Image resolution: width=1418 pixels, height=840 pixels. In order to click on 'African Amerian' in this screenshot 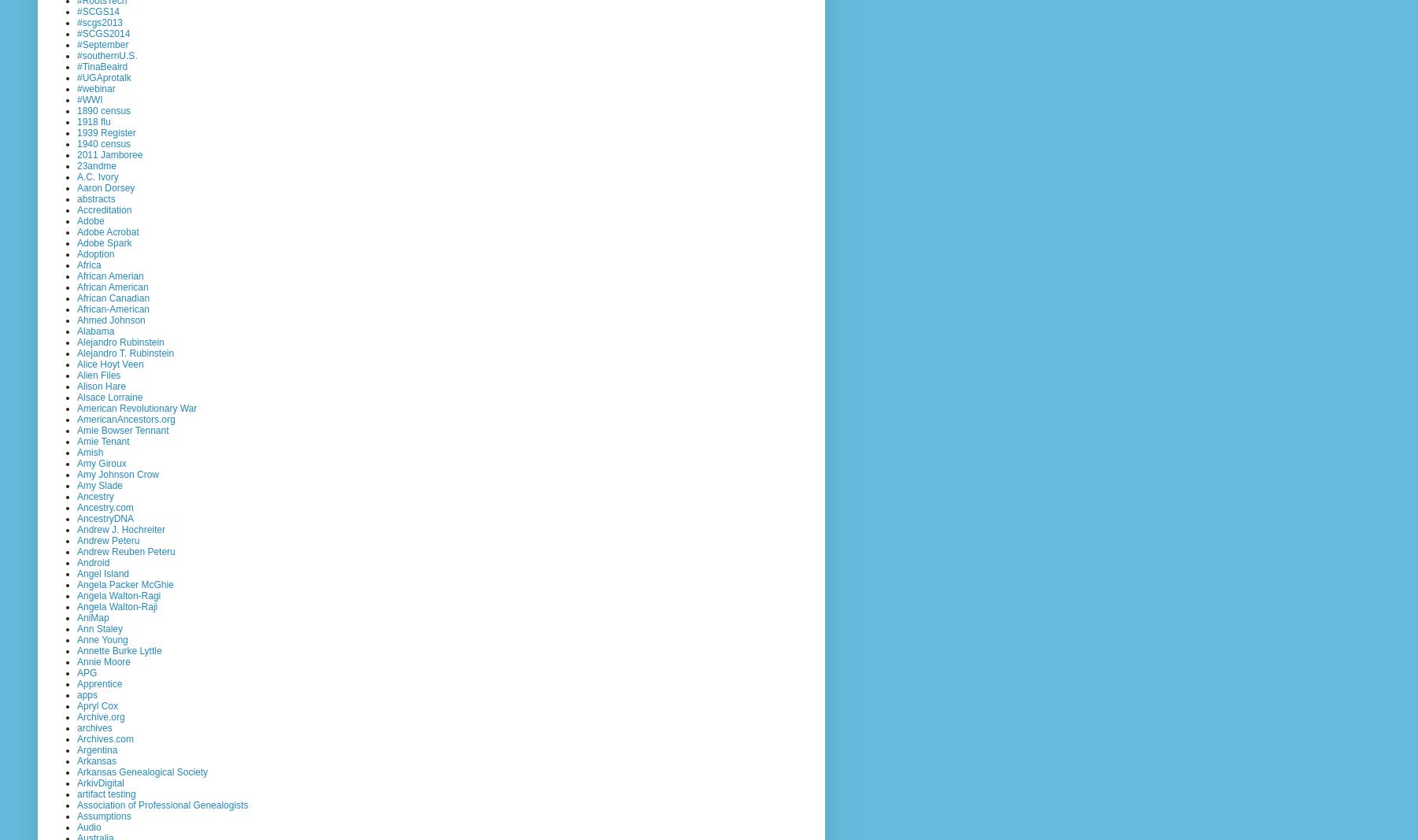, I will do `click(109, 275)`.